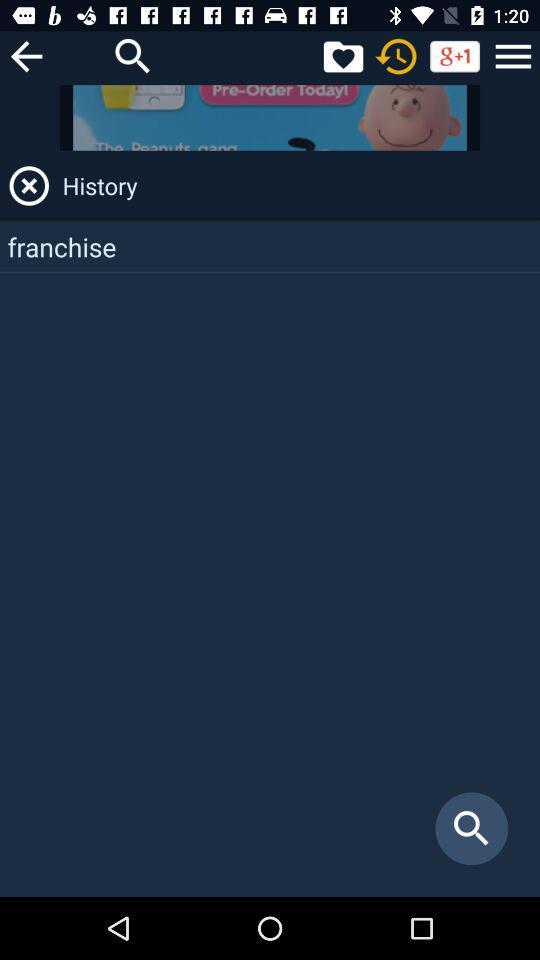 The width and height of the screenshot is (540, 960). I want to click on return time button, so click(396, 55).